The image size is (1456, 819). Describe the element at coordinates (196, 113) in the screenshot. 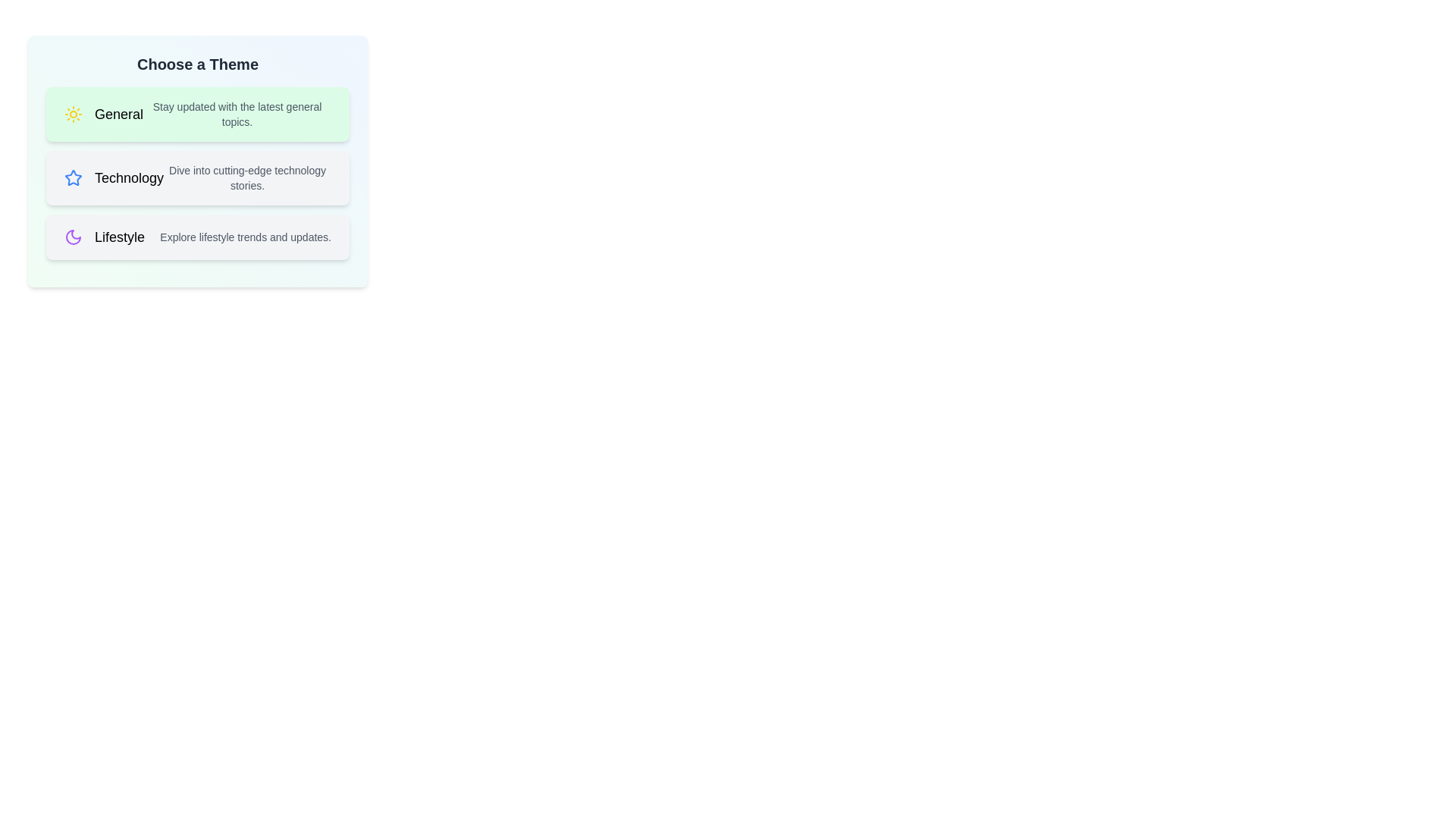

I see `the theme General from the list` at that location.